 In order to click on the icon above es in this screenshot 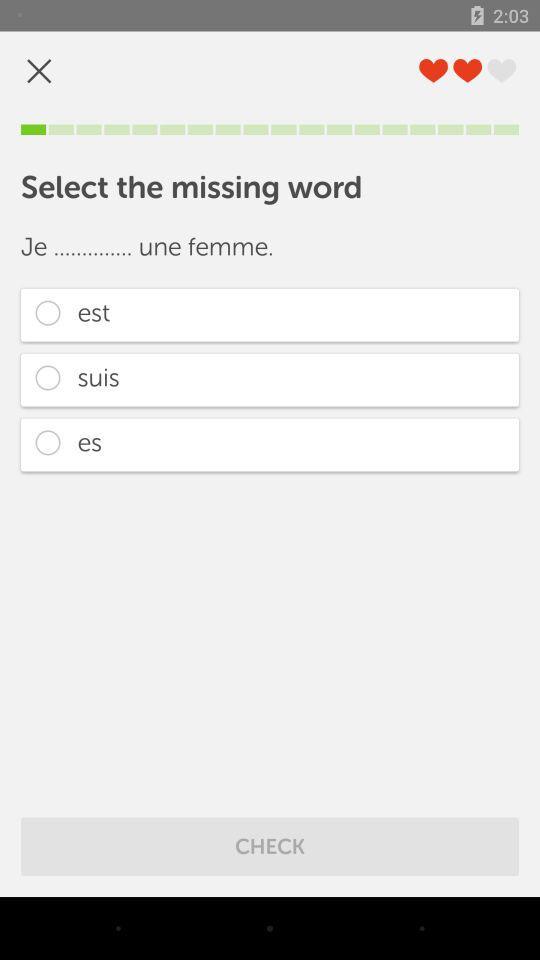, I will do `click(270, 379)`.